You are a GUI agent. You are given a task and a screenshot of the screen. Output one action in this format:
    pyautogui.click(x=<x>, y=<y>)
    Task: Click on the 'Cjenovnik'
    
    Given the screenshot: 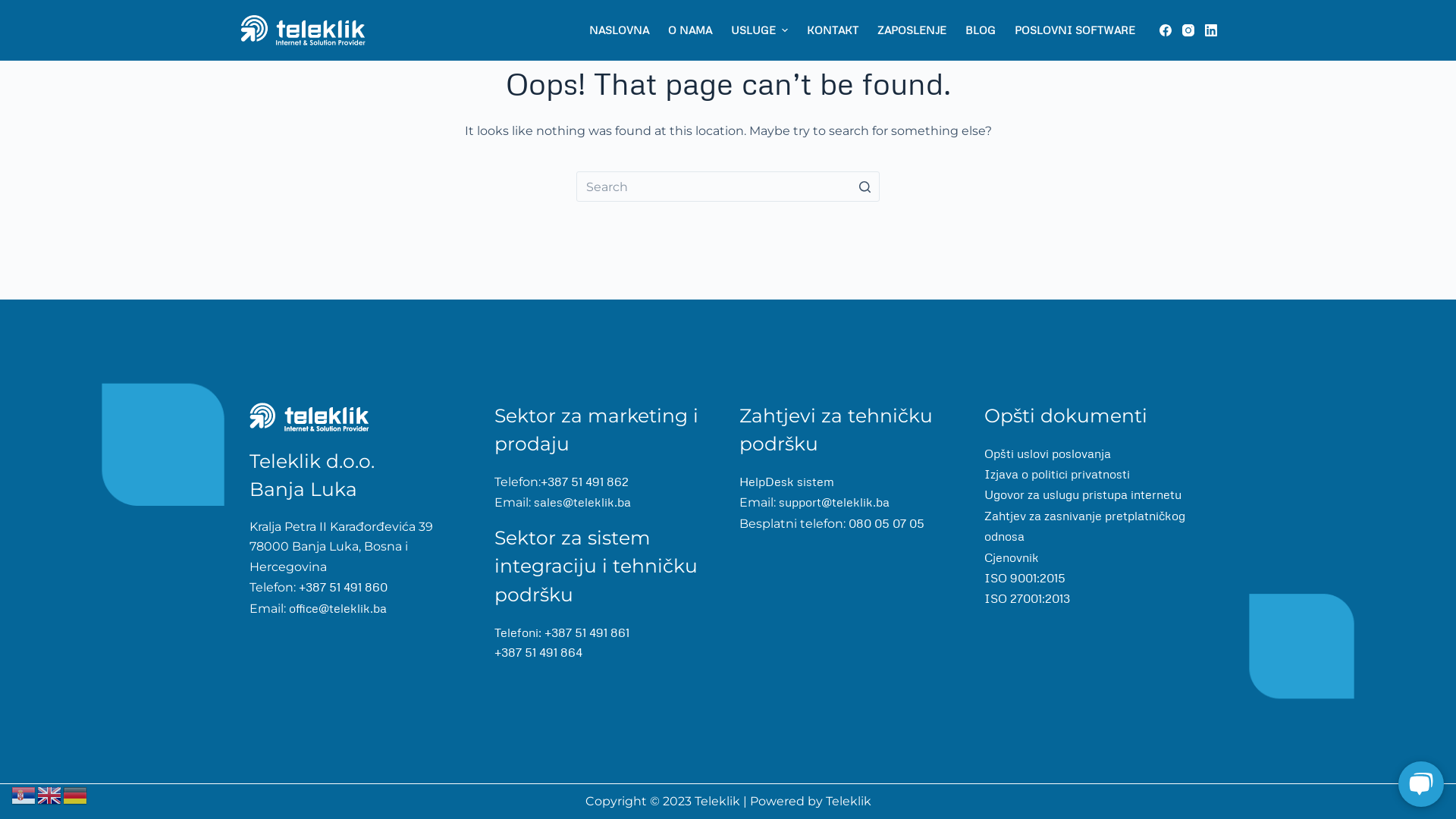 What is the action you would take?
    pyautogui.click(x=1012, y=556)
    